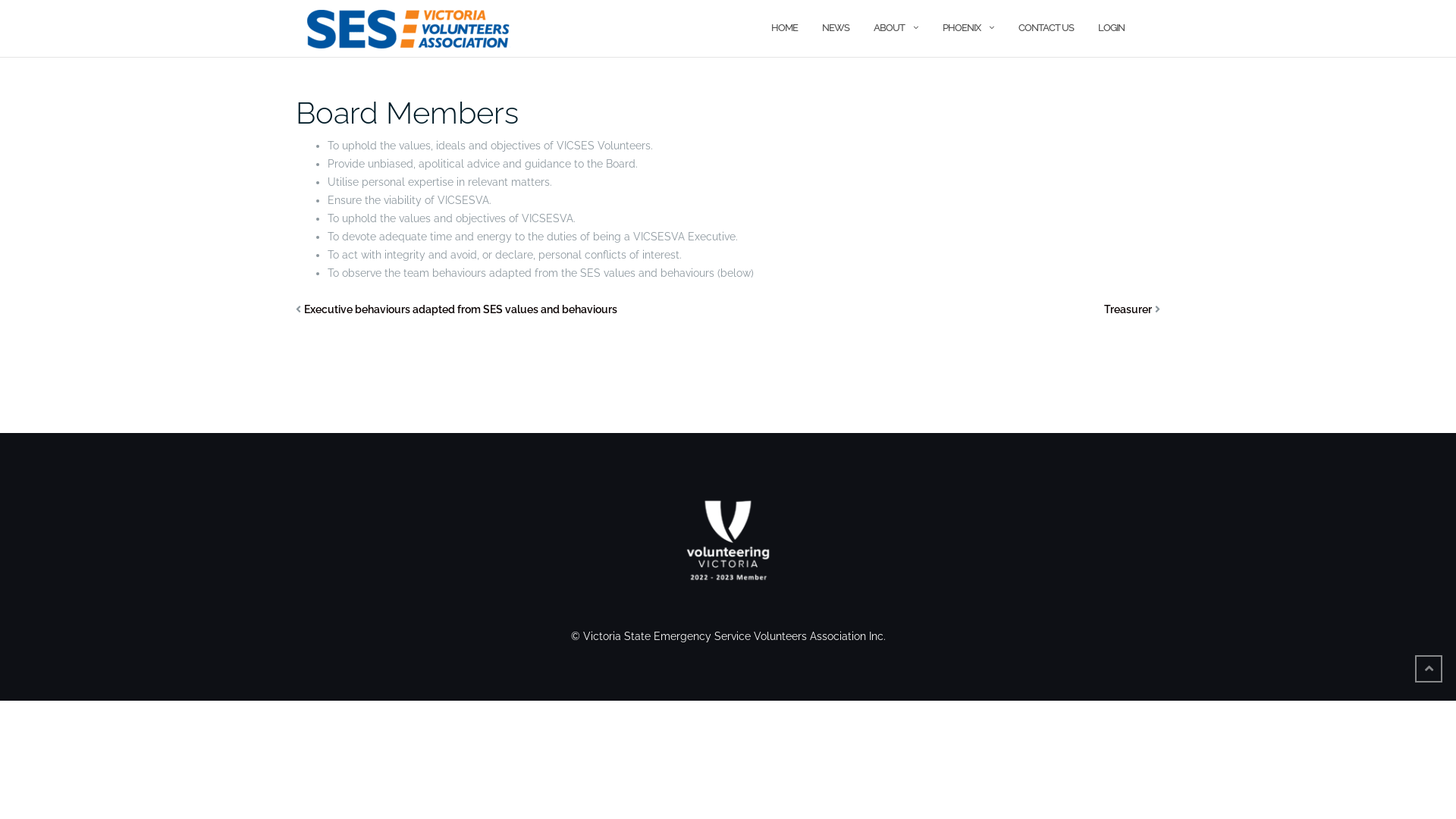  Describe the element at coordinates (889, 28) in the screenshot. I see `'ABOUT'` at that location.